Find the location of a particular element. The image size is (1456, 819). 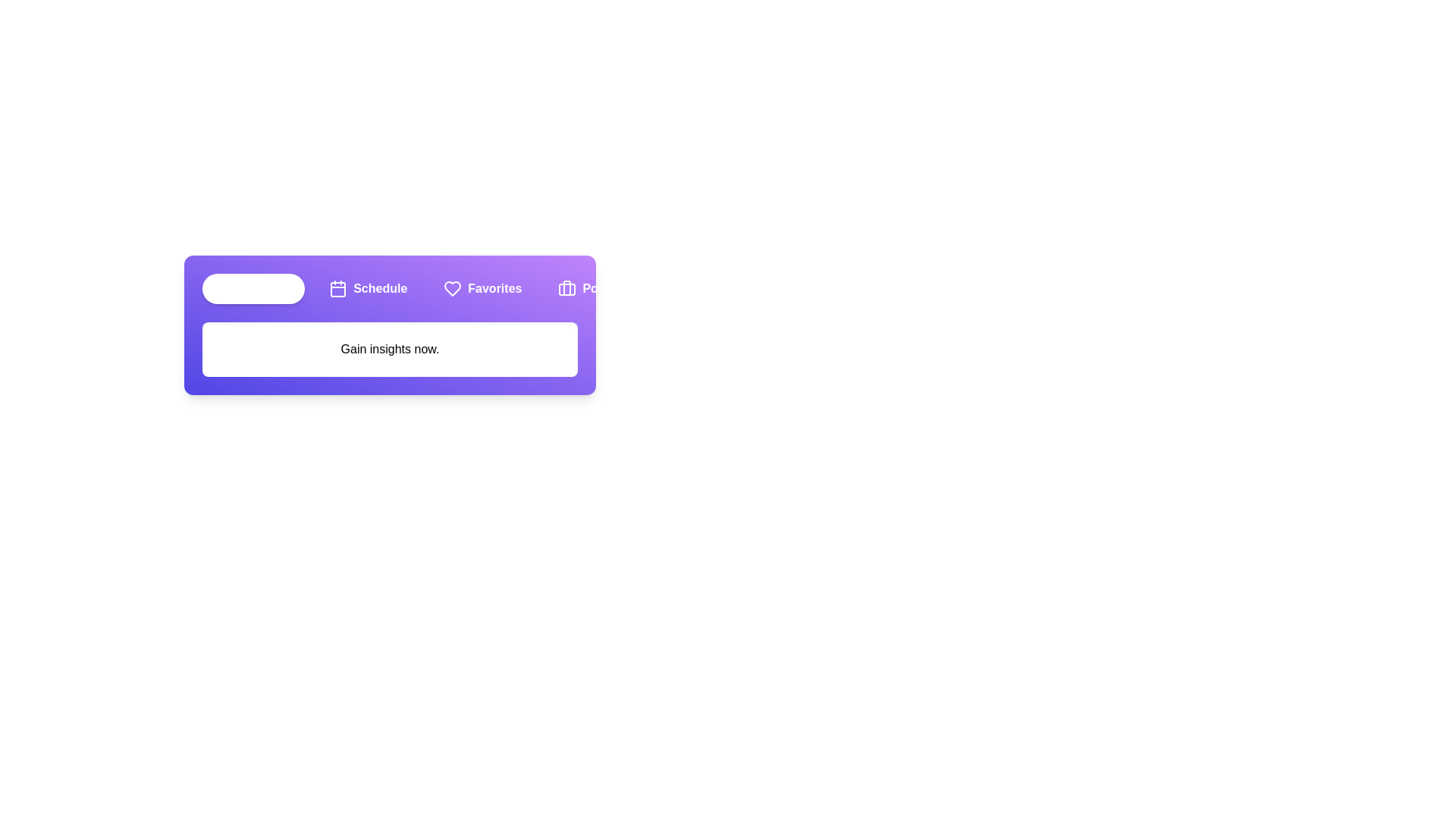

the Favorites tab is located at coordinates (482, 289).